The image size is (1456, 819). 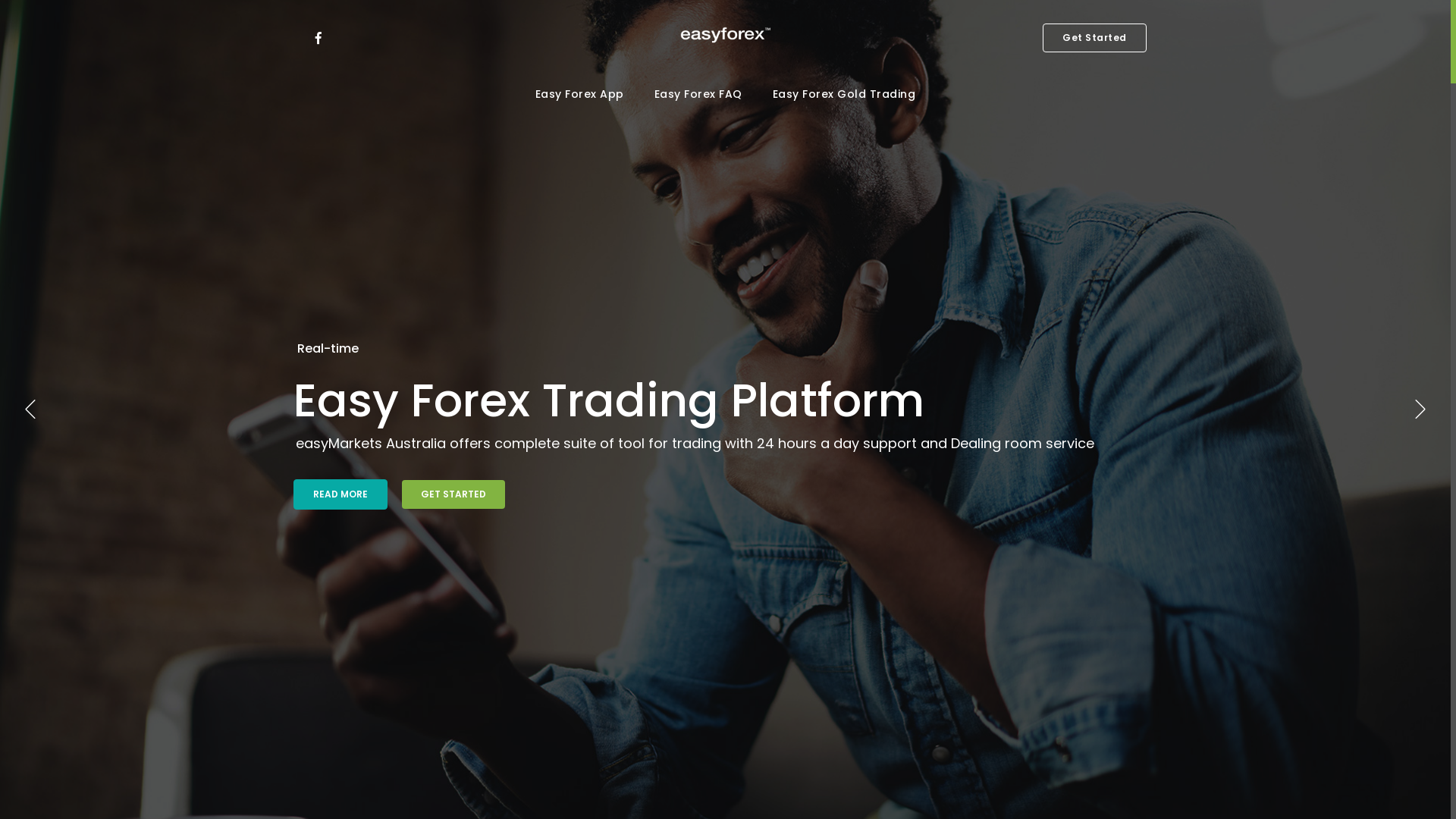 What do you see at coordinates (453, 494) in the screenshot?
I see `'GET STARTED'` at bounding box center [453, 494].